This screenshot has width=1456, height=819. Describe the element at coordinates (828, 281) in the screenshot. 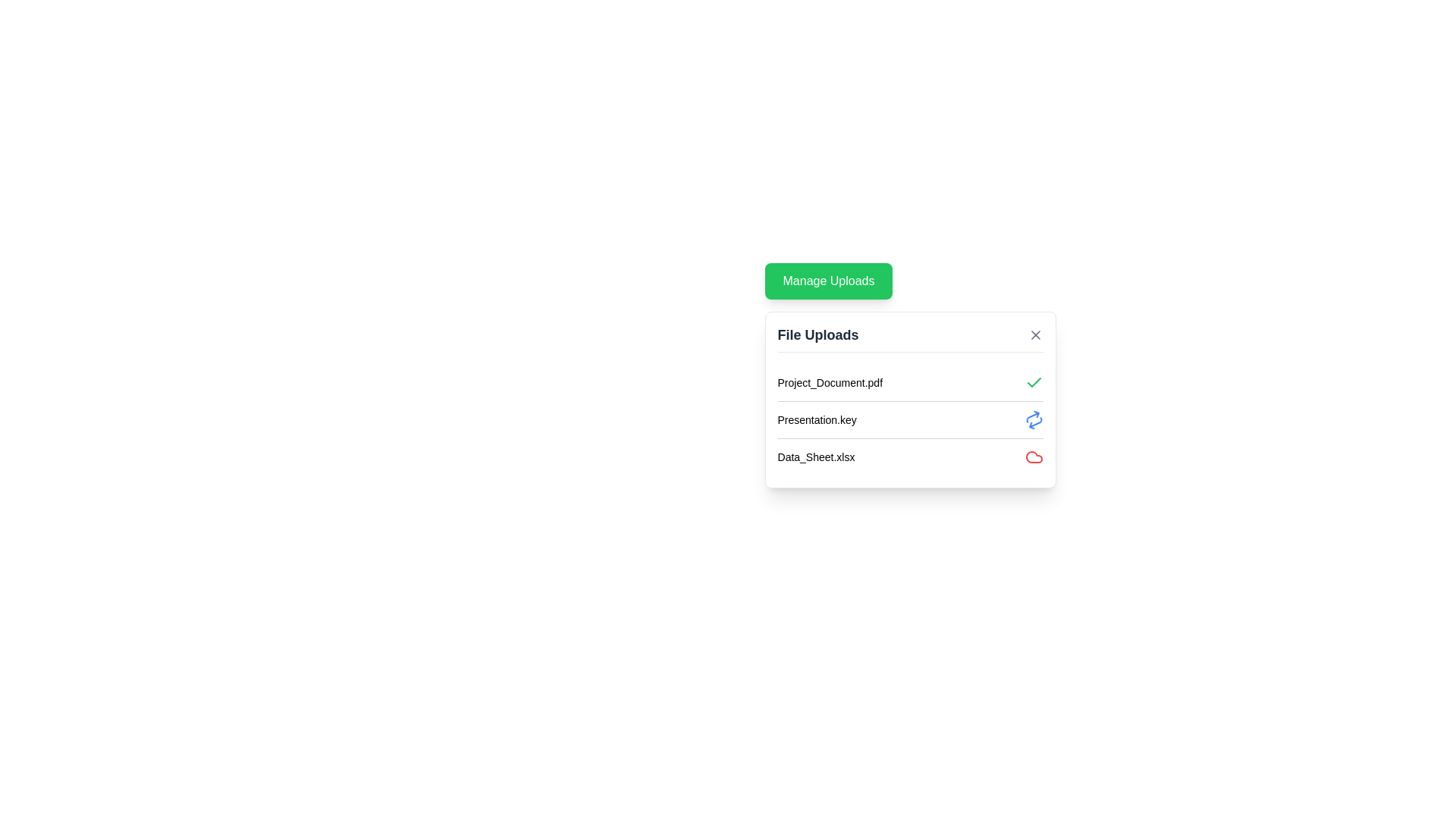

I see `the 'Manage Uploads' button, which is located in the upper section of the 'File Uploads' area, to trigger potential visual or textual feedback` at that location.